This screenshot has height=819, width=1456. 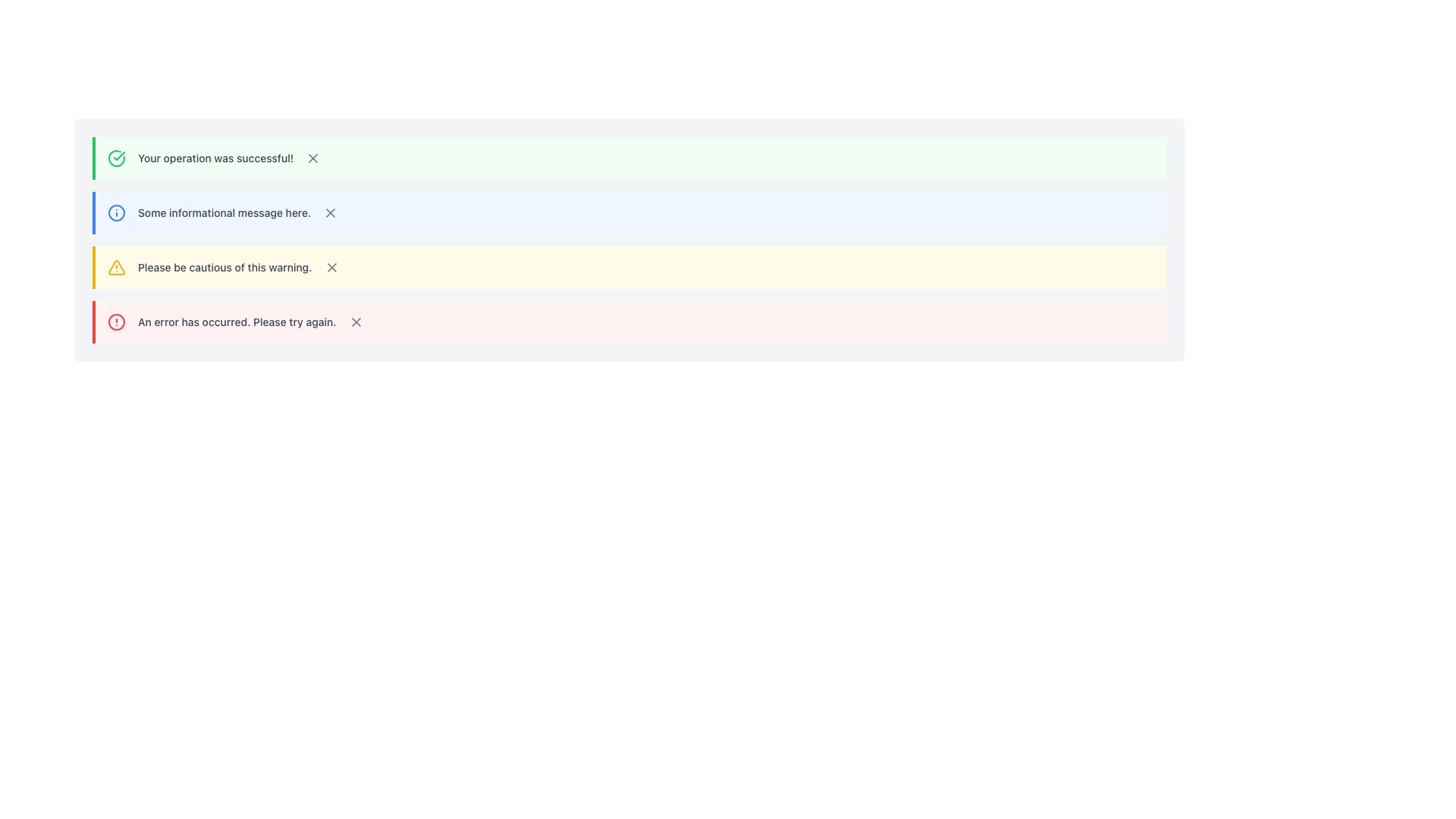 What do you see at coordinates (312, 158) in the screenshot?
I see `the close icon button located in the top-right corner of the green alert box` at bounding box center [312, 158].